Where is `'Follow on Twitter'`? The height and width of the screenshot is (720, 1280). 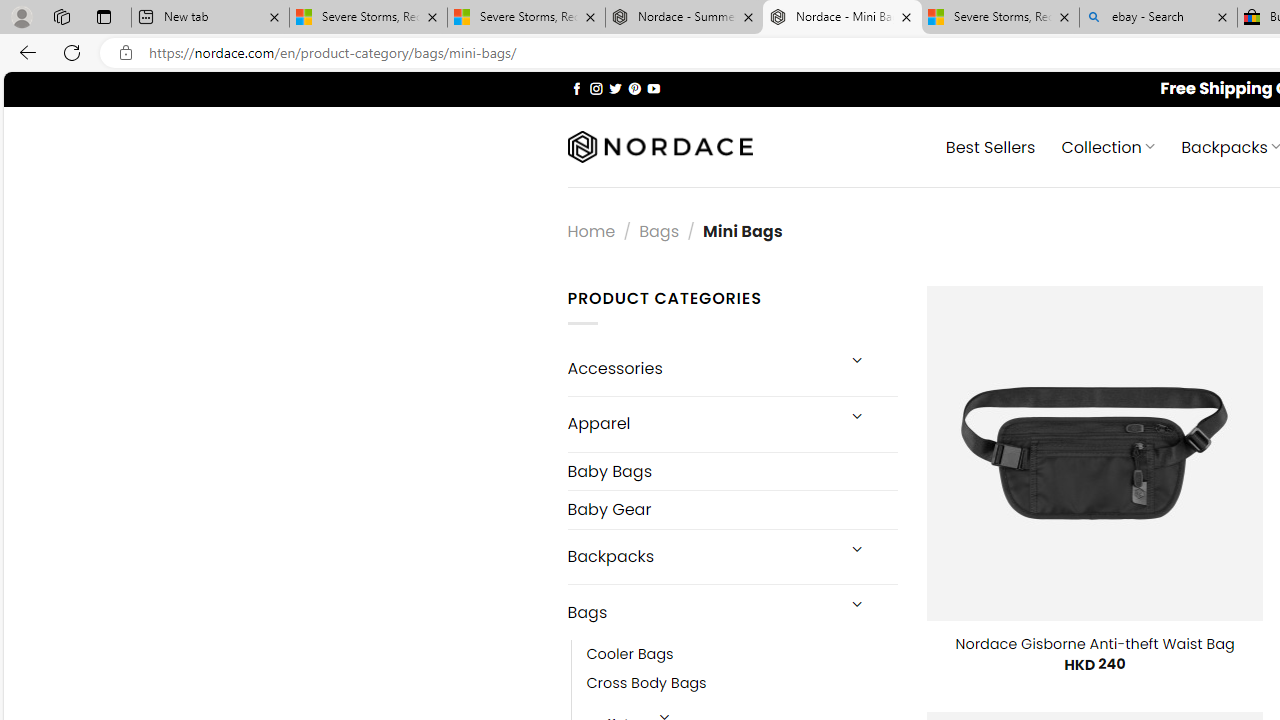 'Follow on Twitter' is located at coordinates (614, 87).